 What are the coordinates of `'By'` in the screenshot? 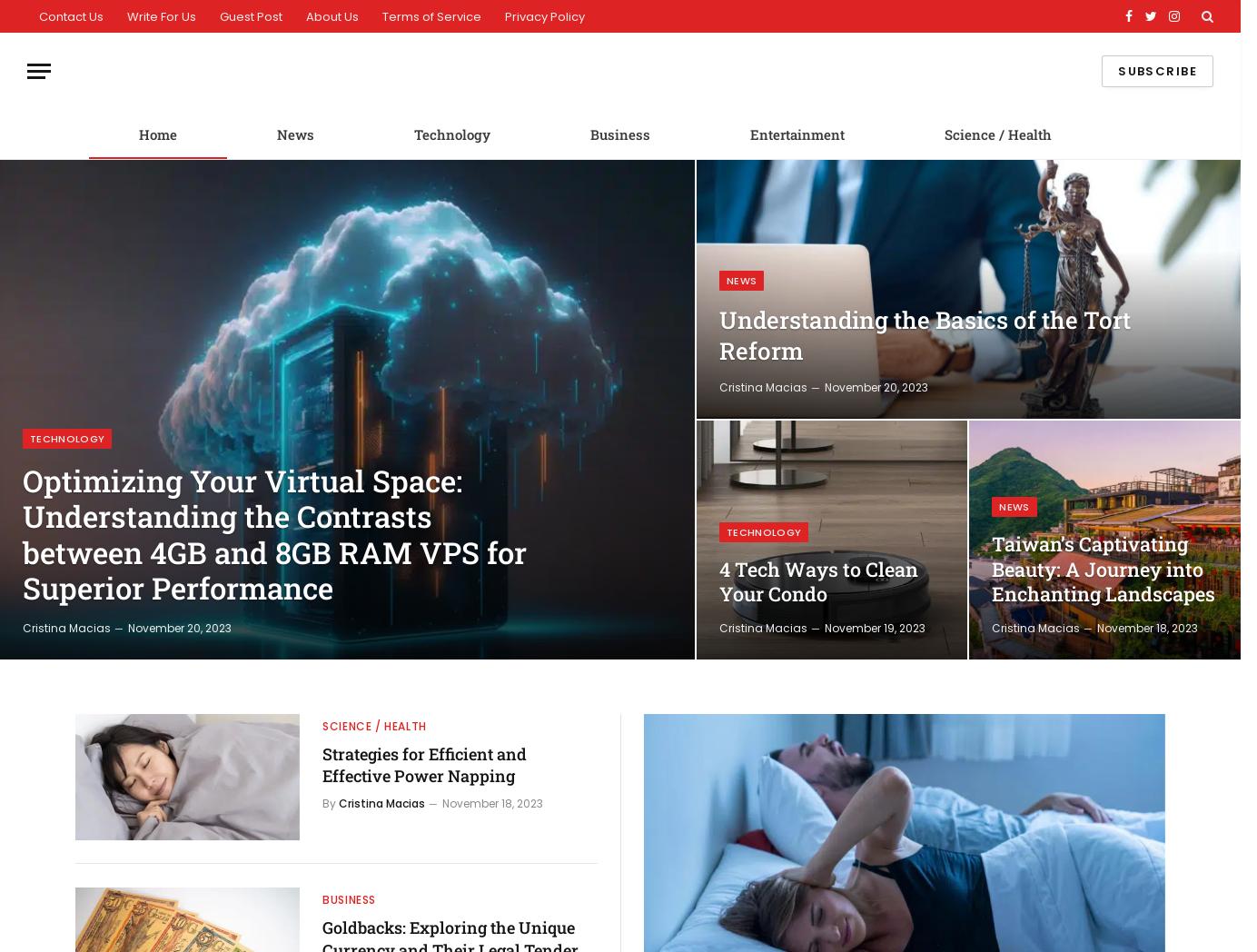 It's located at (328, 801).